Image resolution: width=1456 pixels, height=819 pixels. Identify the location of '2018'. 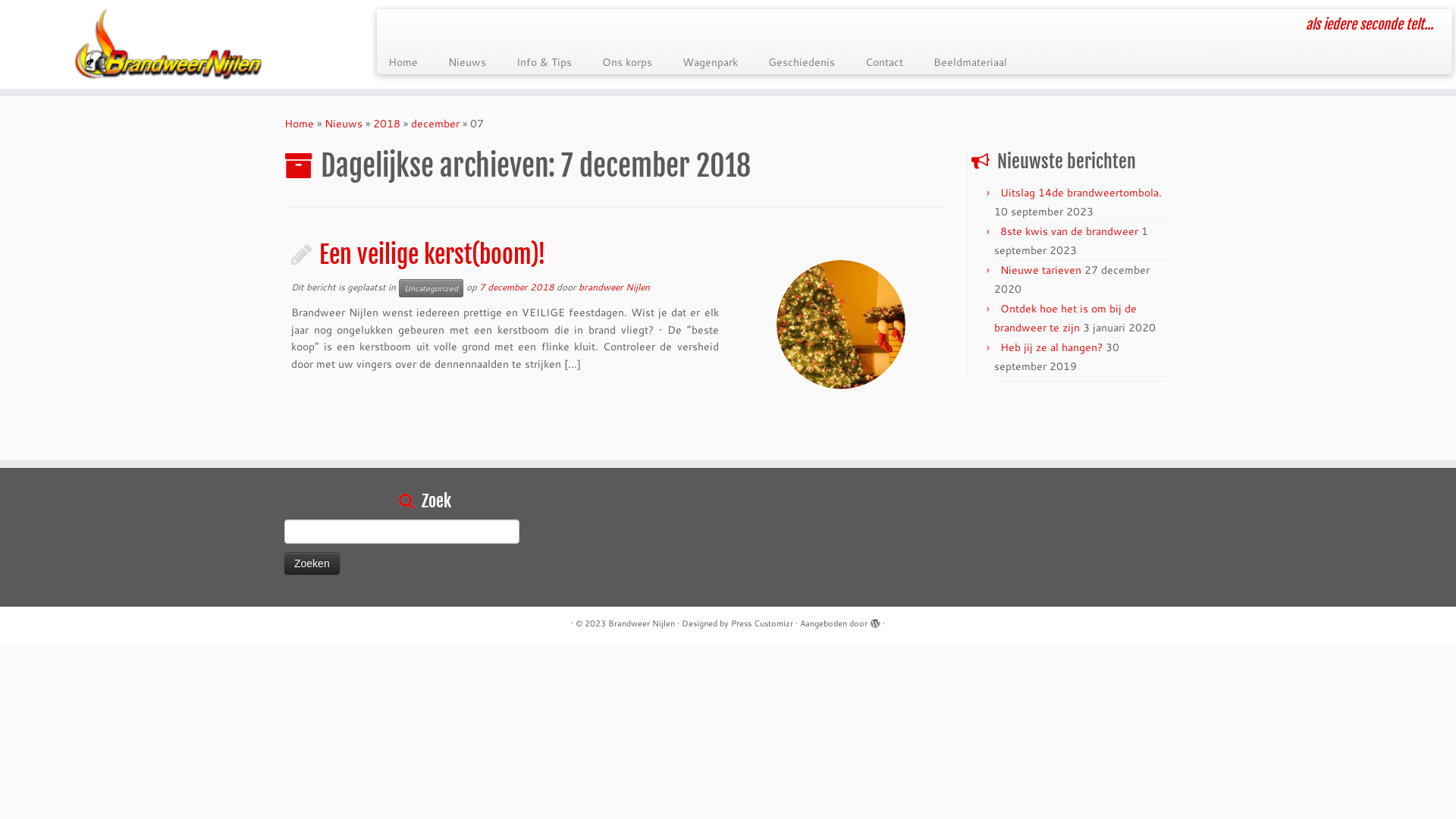
(386, 122).